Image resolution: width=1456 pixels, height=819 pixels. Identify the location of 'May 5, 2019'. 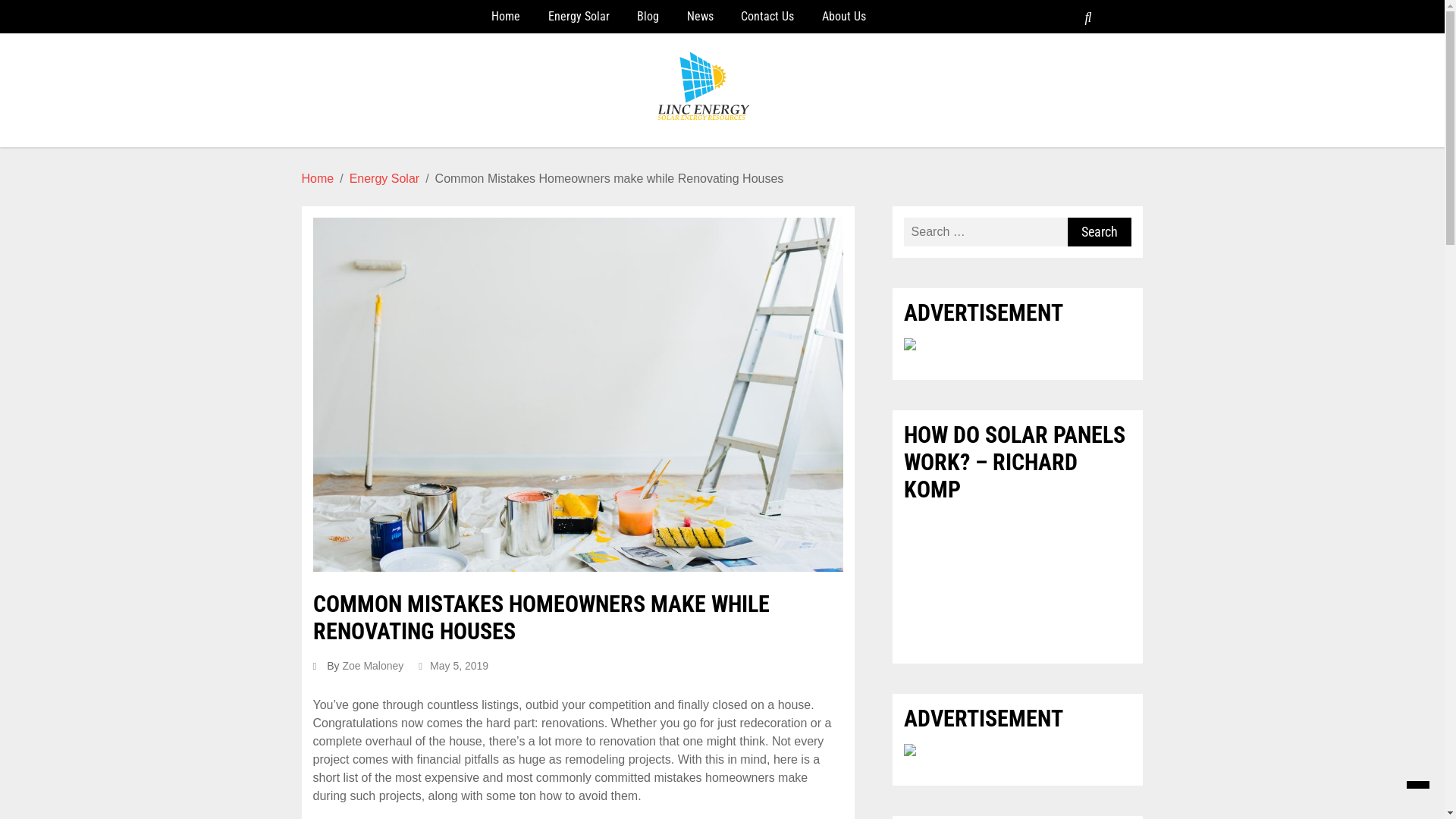
(453, 665).